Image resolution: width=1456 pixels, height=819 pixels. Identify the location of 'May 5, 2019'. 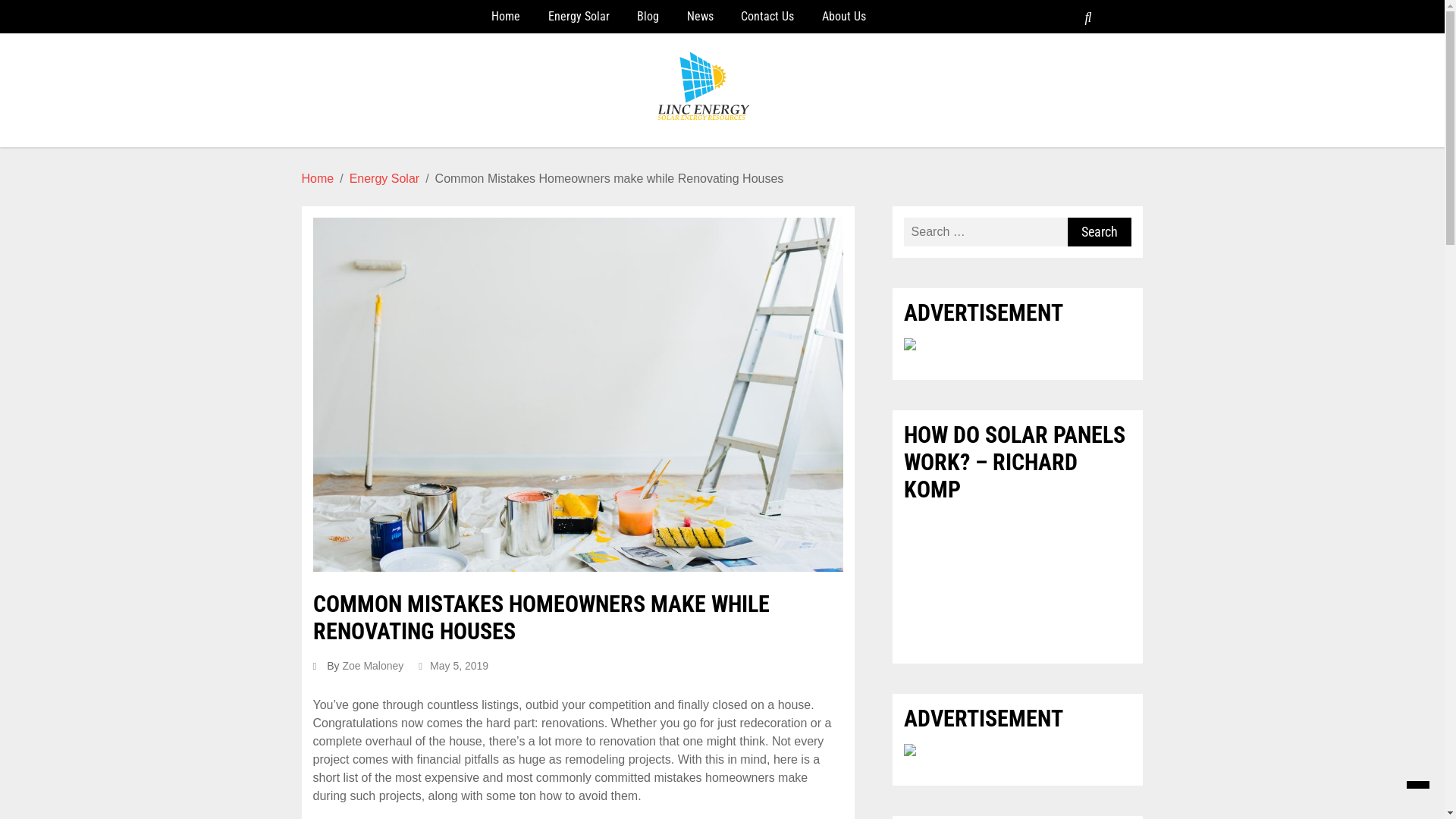
(453, 665).